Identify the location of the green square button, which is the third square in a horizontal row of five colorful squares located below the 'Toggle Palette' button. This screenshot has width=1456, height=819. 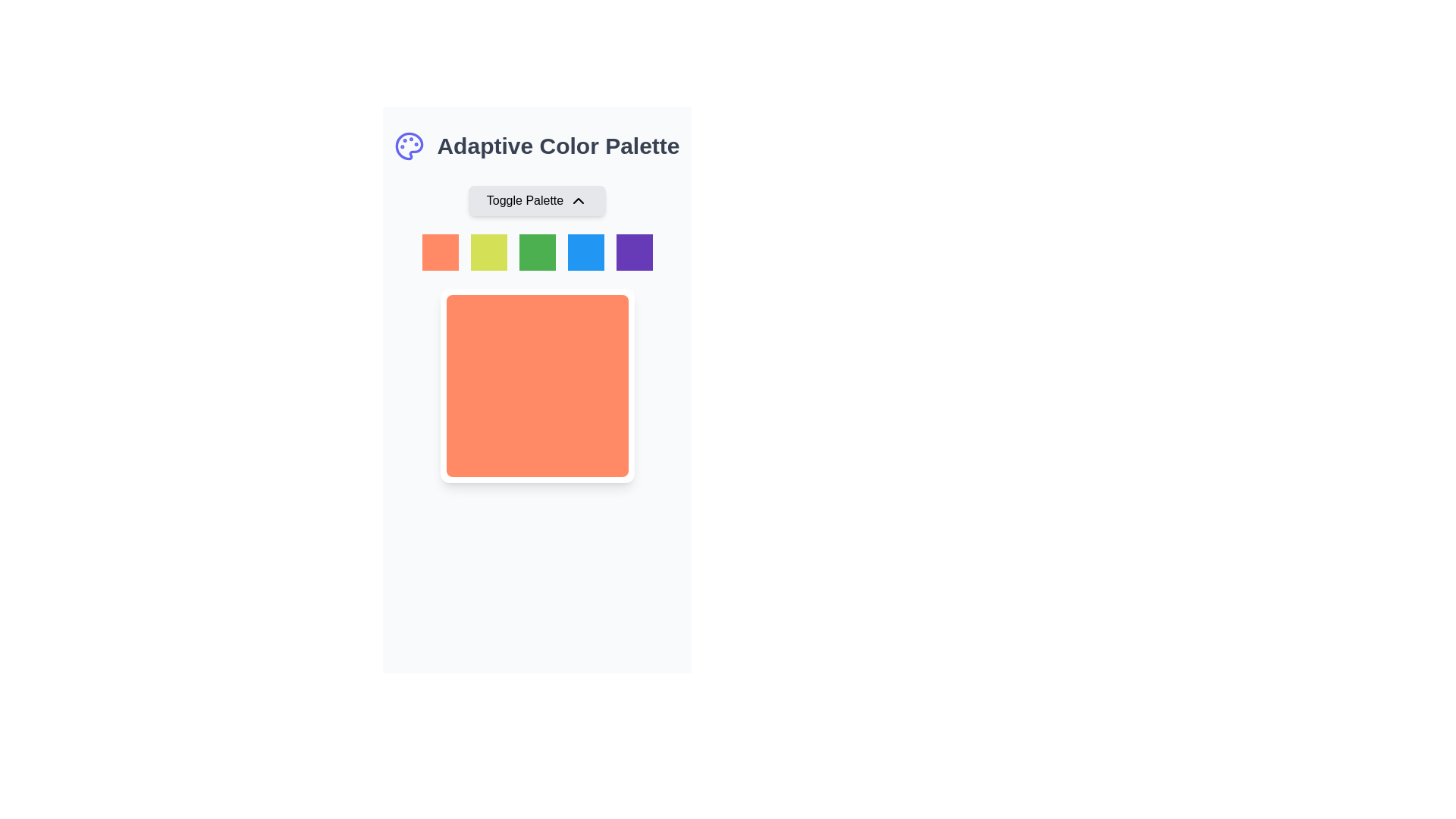
(537, 251).